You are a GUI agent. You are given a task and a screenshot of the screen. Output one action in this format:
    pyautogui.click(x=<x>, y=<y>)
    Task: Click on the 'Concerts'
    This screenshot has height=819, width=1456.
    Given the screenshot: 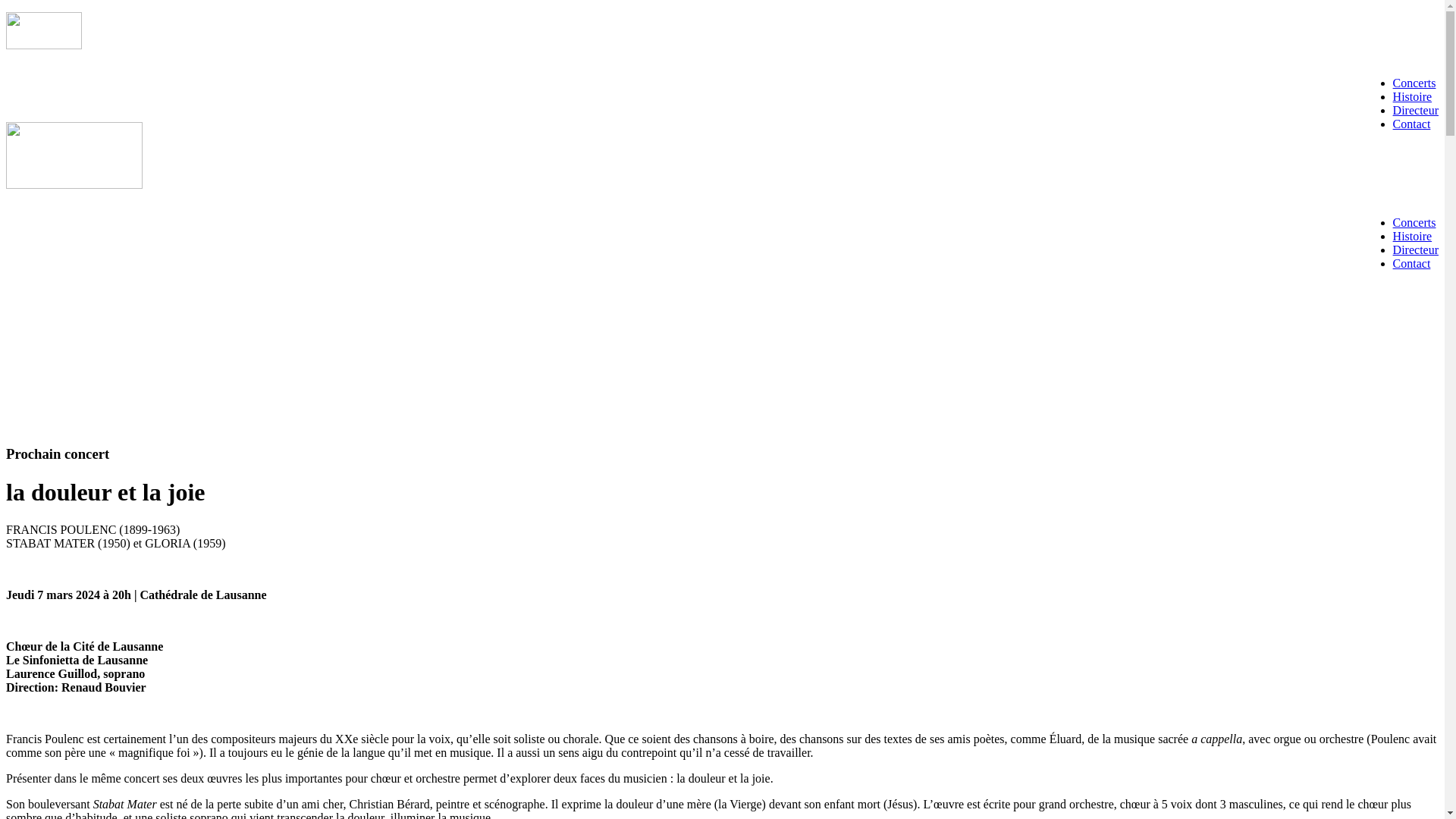 What is the action you would take?
    pyautogui.click(x=1414, y=83)
    